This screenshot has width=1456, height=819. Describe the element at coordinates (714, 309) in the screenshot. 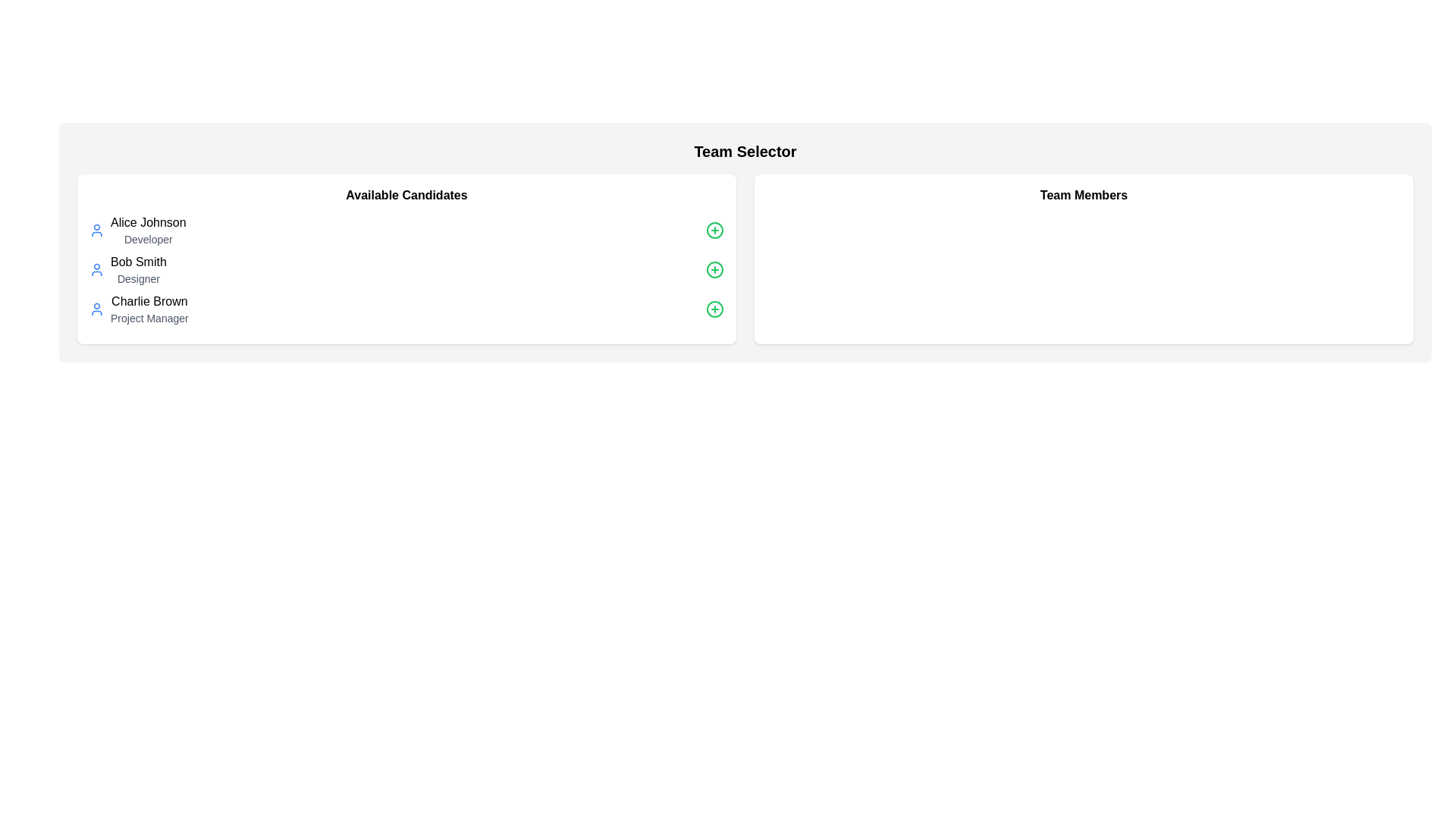

I see `the circular green button with a white plus icon located to the right of the 'Charlie Brown Project Manager' entry in the list of candidates` at that location.